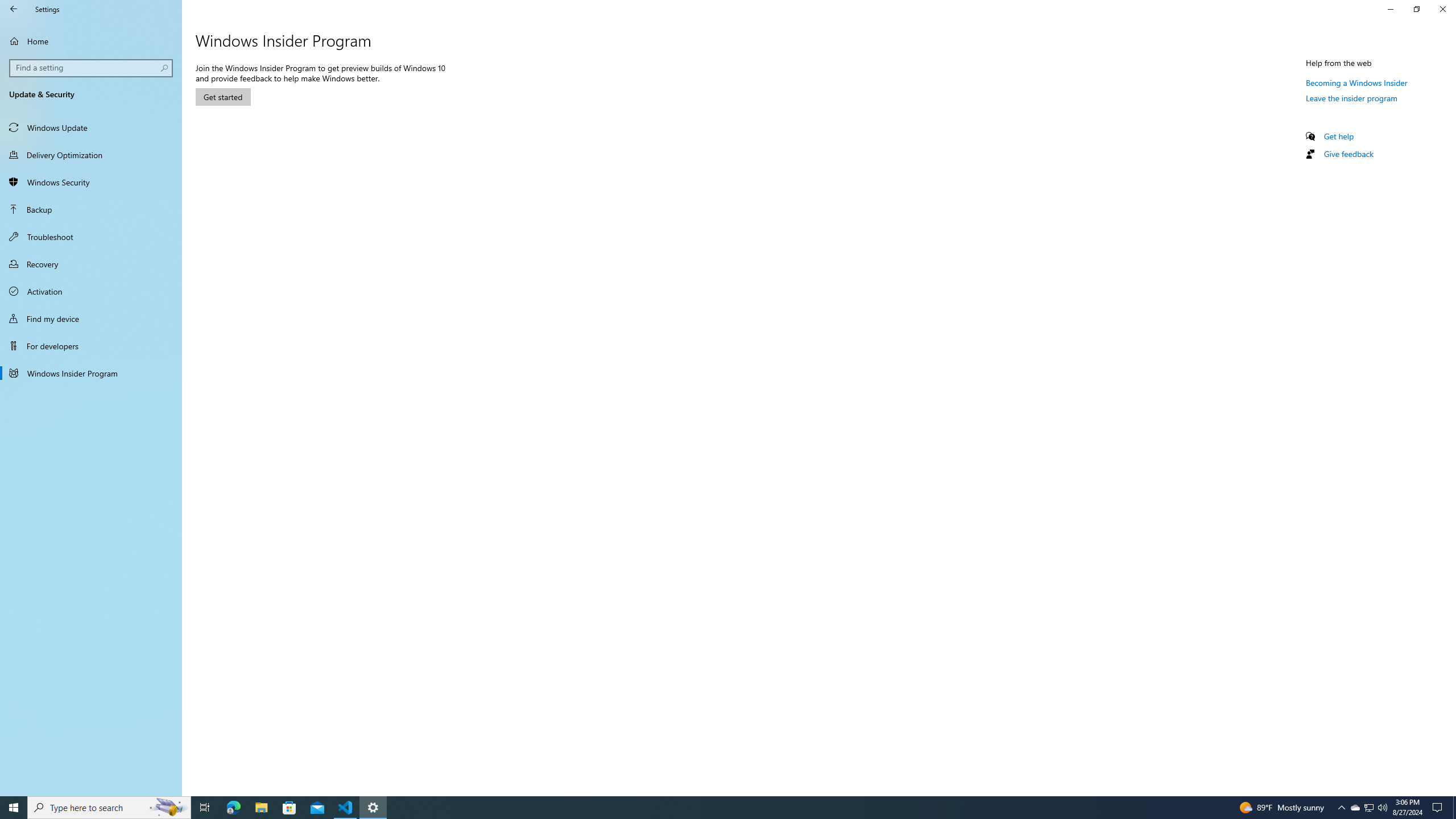 The image size is (1456, 819). I want to click on 'Get started', so click(222, 96).